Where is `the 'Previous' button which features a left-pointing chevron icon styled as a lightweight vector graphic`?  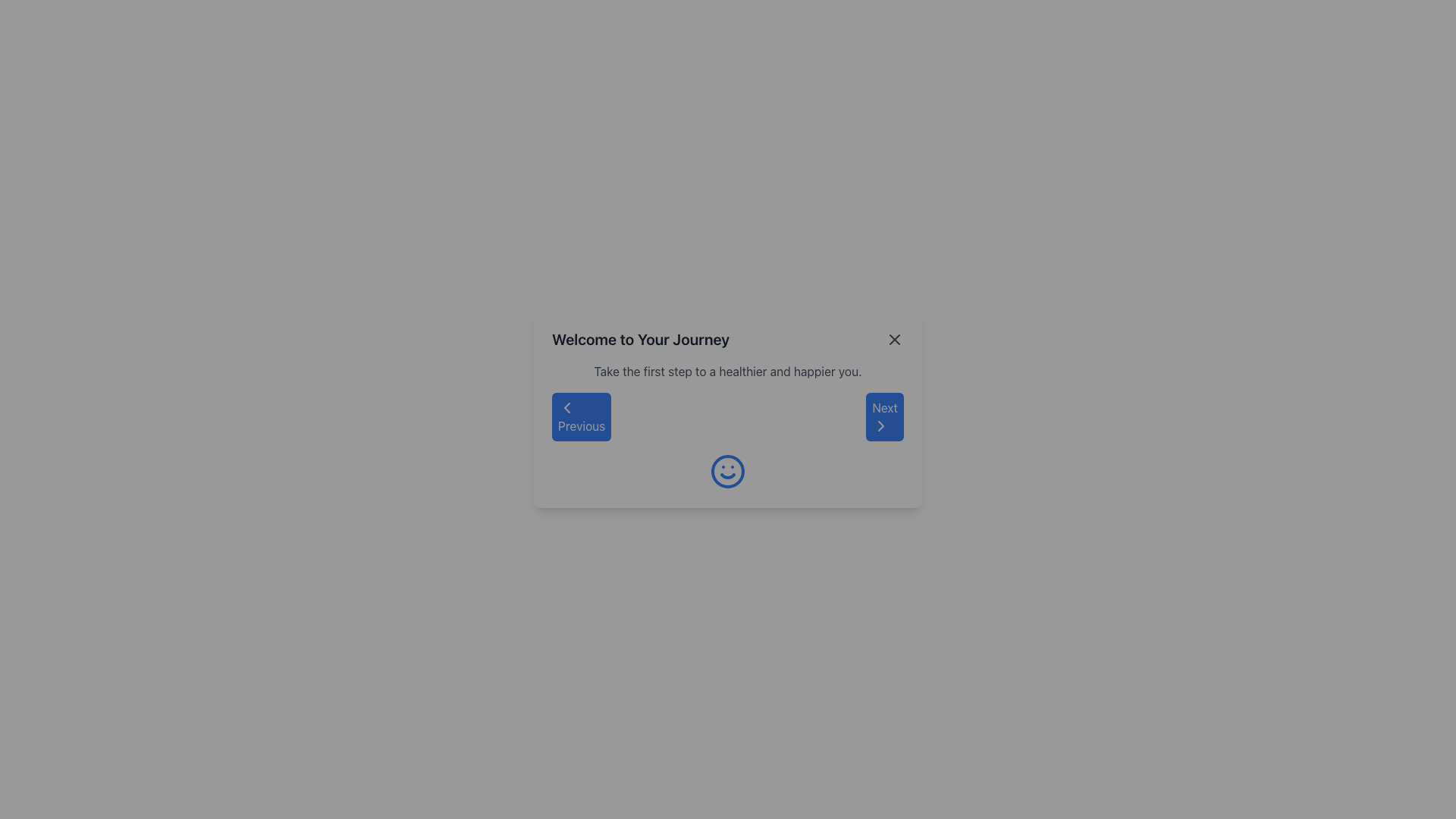 the 'Previous' button which features a left-pointing chevron icon styled as a lightweight vector graphic is located at coordinates (566, 406).